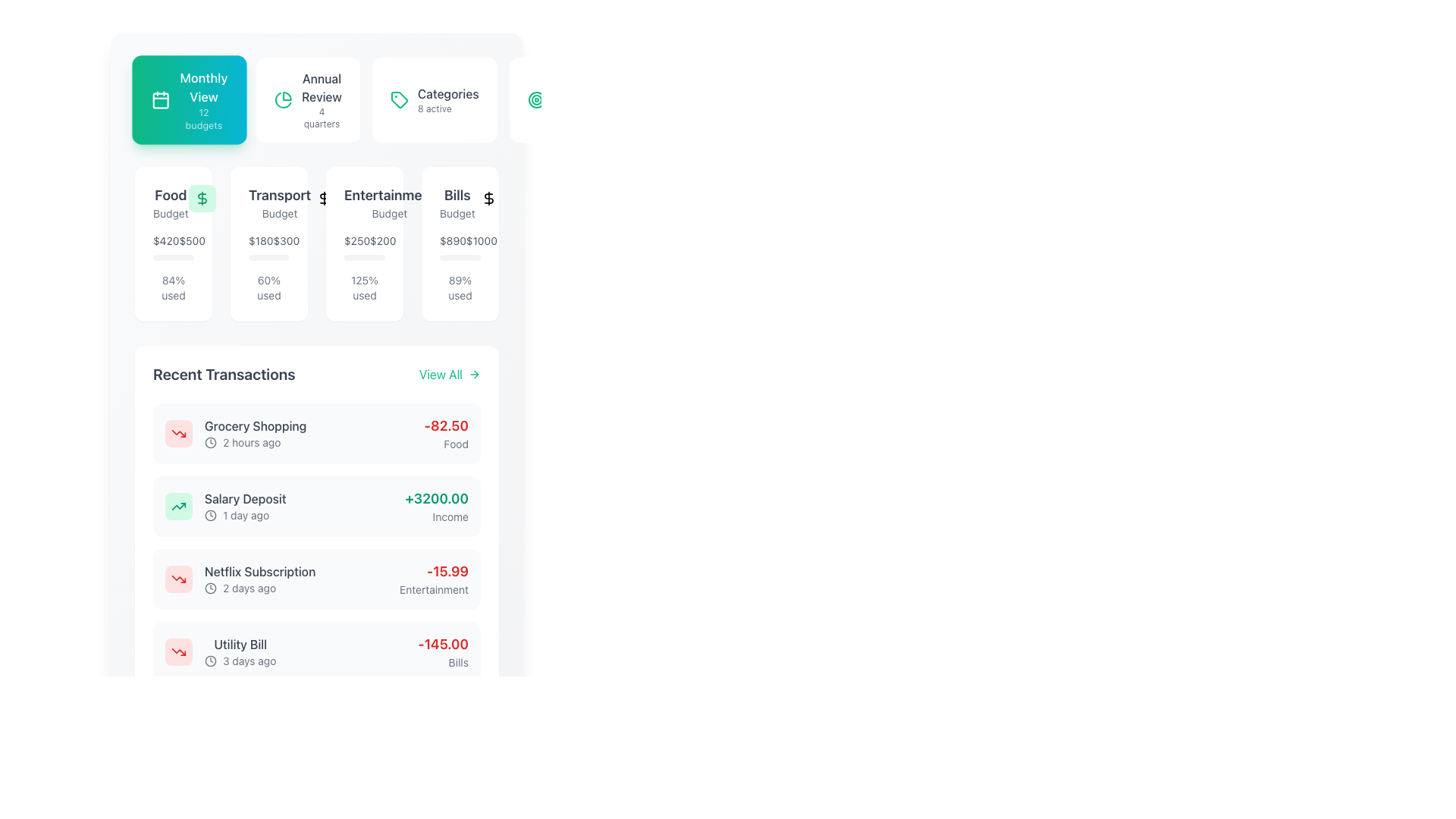  Describe the element at coordinates (315, 651) in the screenshot. I see `the 'Utility Bill' transaction card located in the 'Recent Transactions' section` at that location.